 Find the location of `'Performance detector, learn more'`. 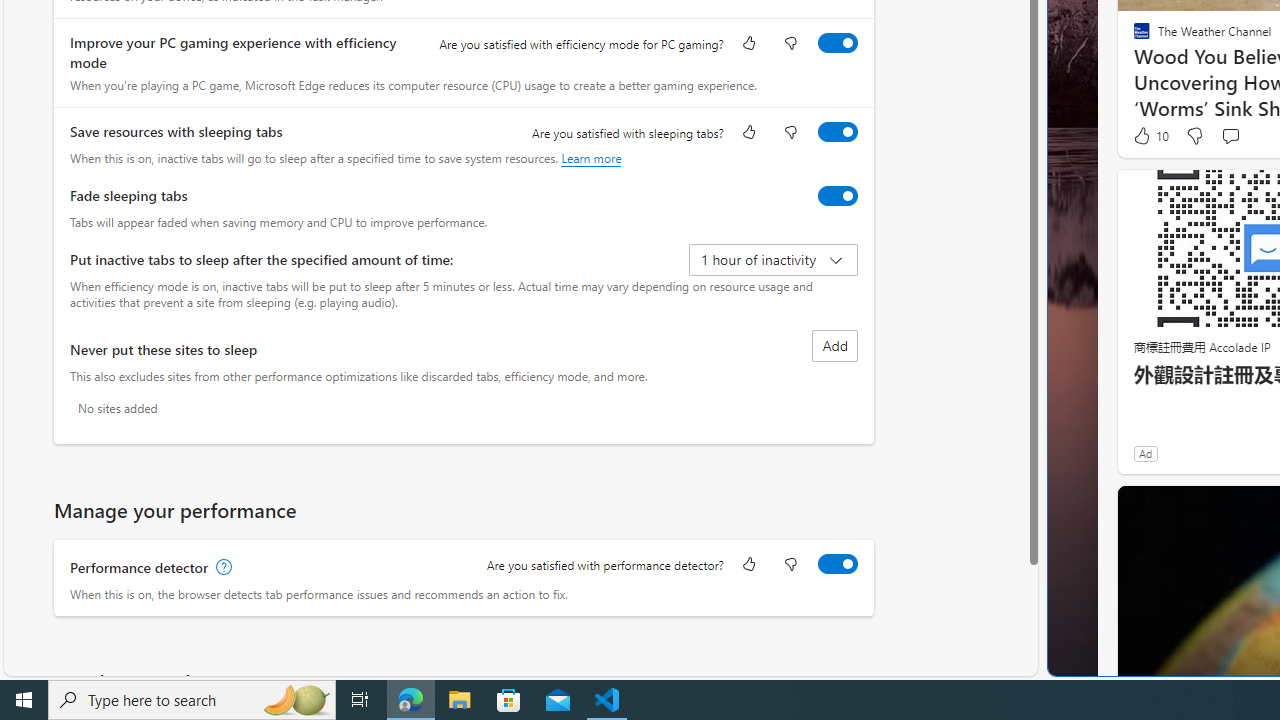

'Performance detector, learn more' is located at coordinates (222, 567).